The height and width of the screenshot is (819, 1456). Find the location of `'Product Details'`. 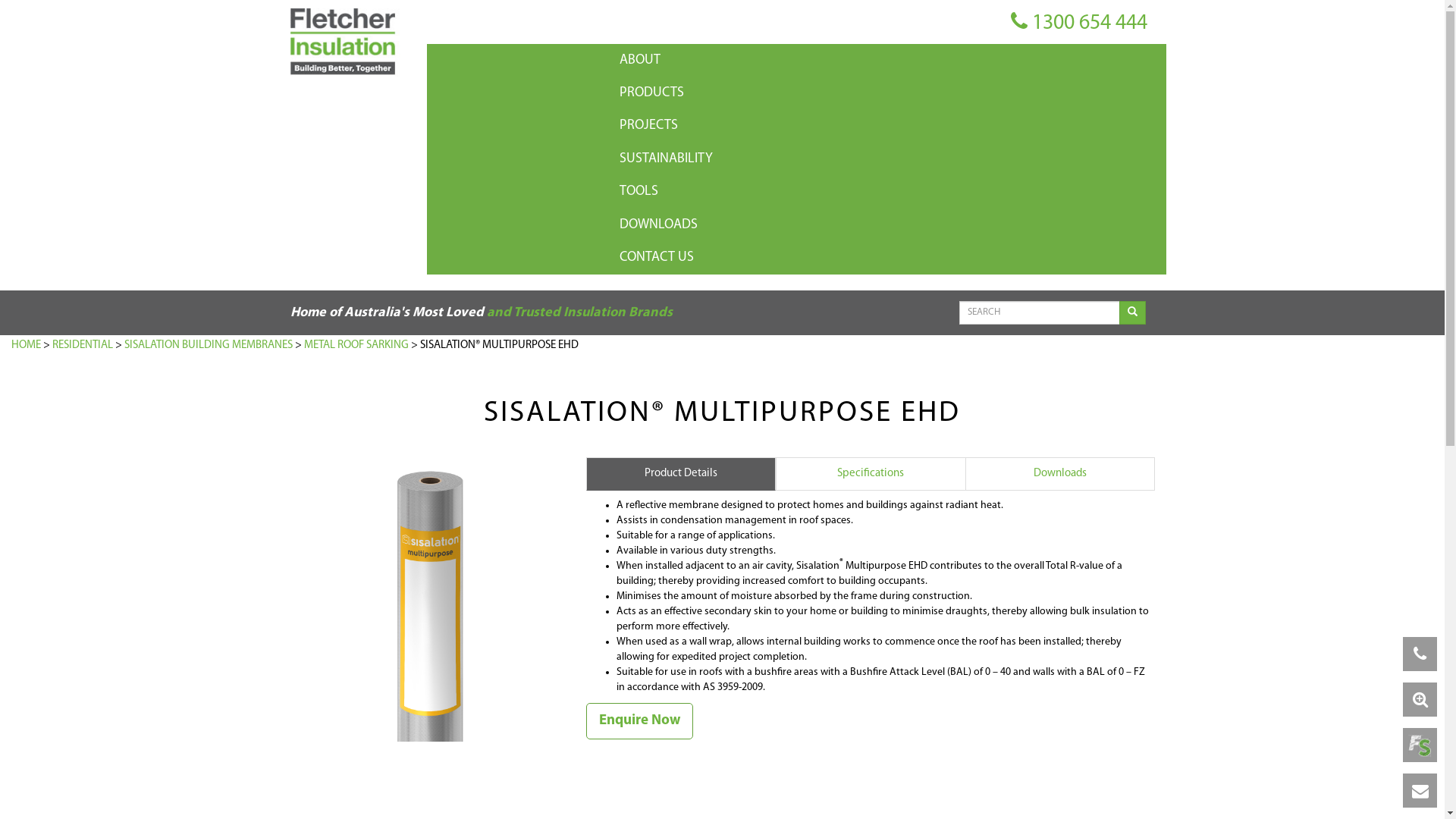

'Product Details' is located at coordinates (585, 472).